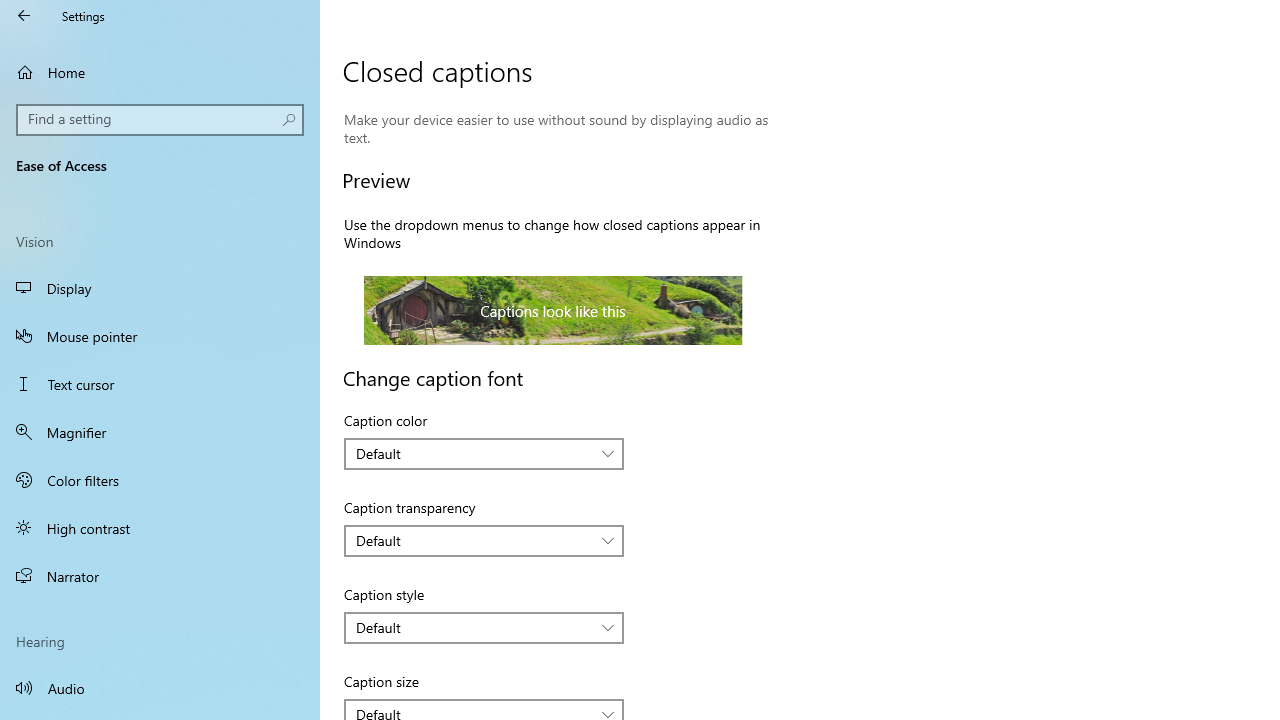 This screenshot has width=1280, height=720. What do you see at coordinates (160, 576) in the screenshot?
I see `'Narrator'` at bounding box center [160, 576].